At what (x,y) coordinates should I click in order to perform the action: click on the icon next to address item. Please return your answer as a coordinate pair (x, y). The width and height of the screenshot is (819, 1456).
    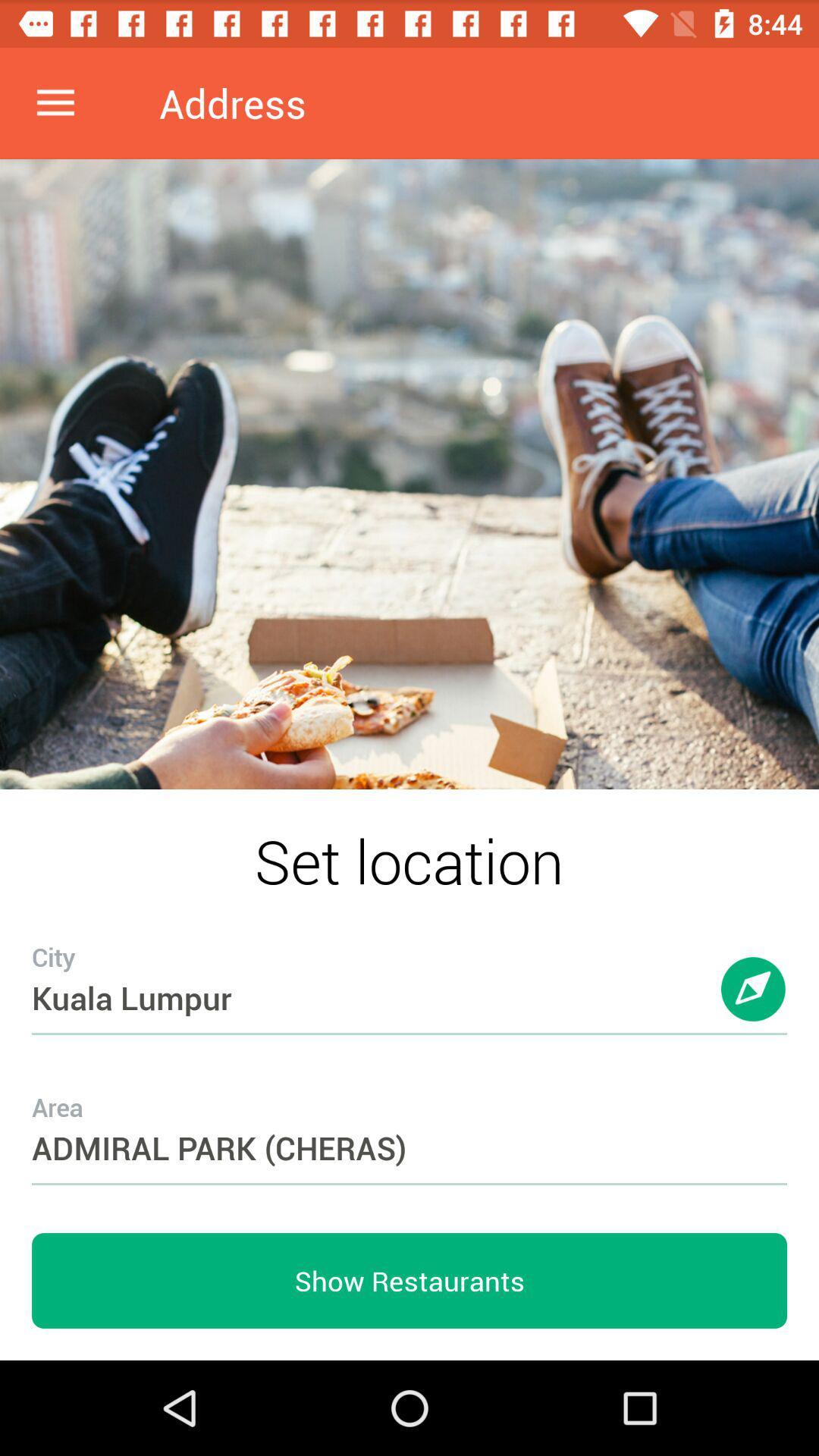
    Looking at the image, I should click on (55, 102).